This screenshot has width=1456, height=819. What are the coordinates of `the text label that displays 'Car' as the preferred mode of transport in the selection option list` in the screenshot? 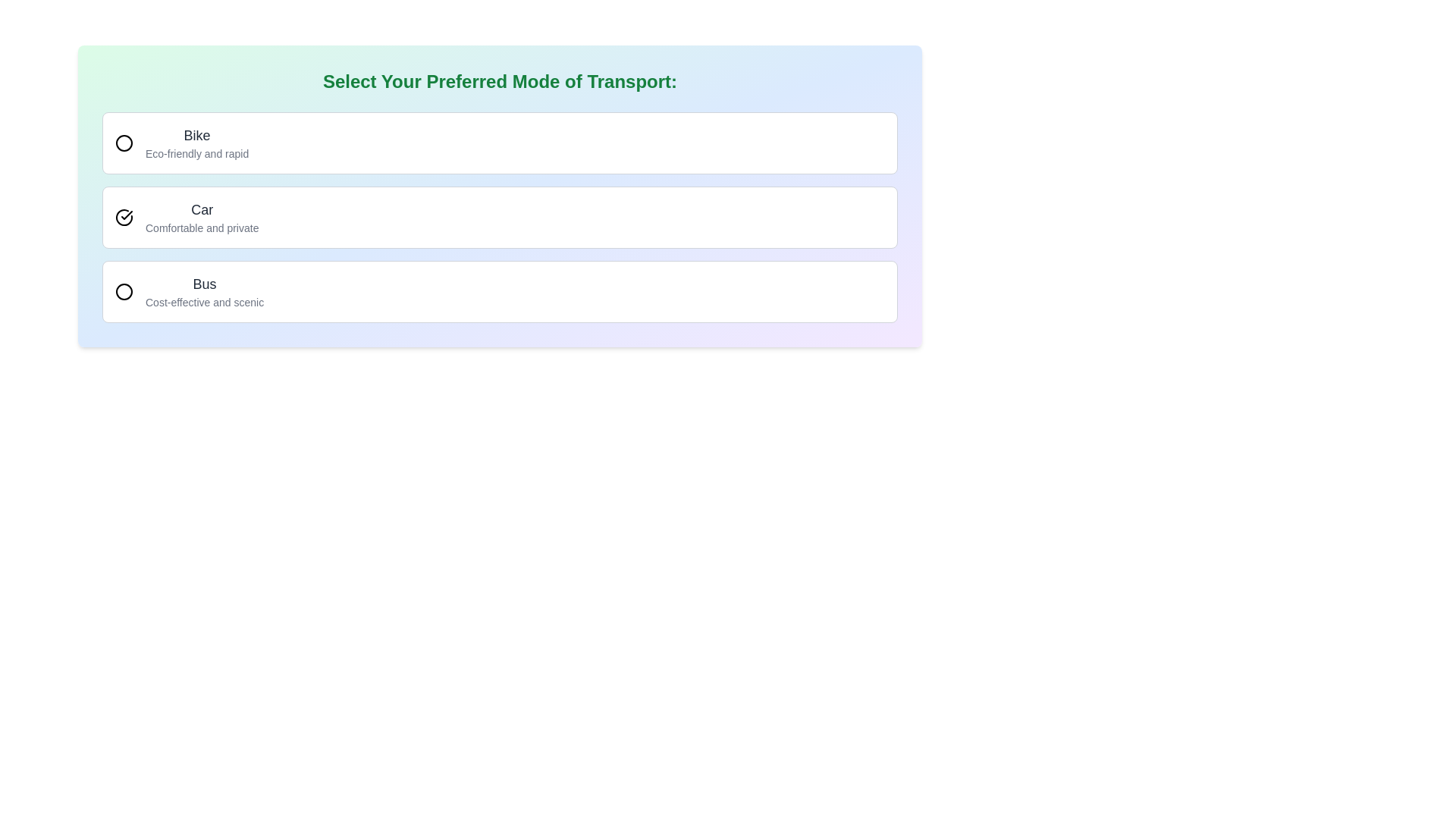 It's located at (201, 217).